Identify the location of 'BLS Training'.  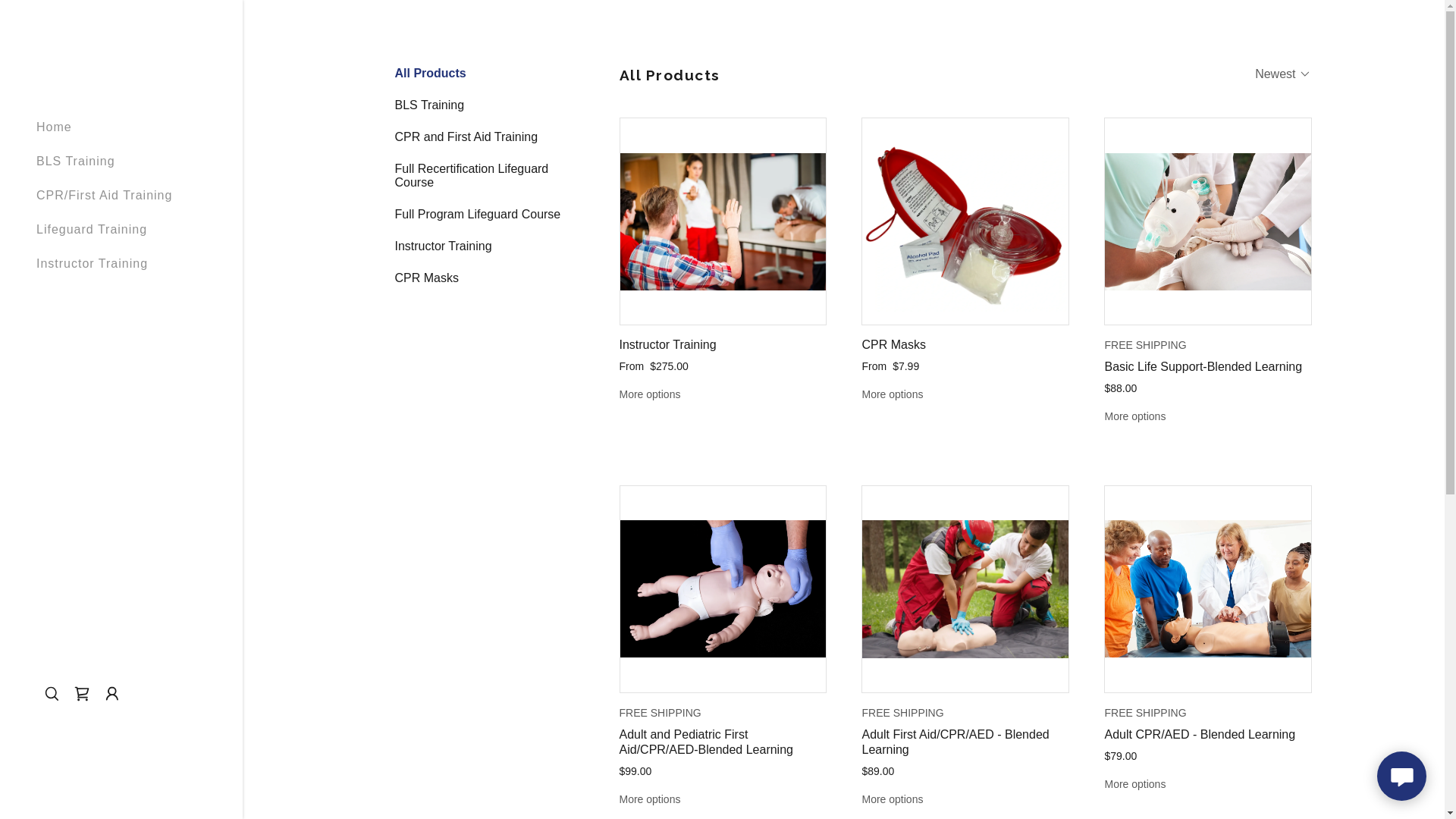
(75, 161).